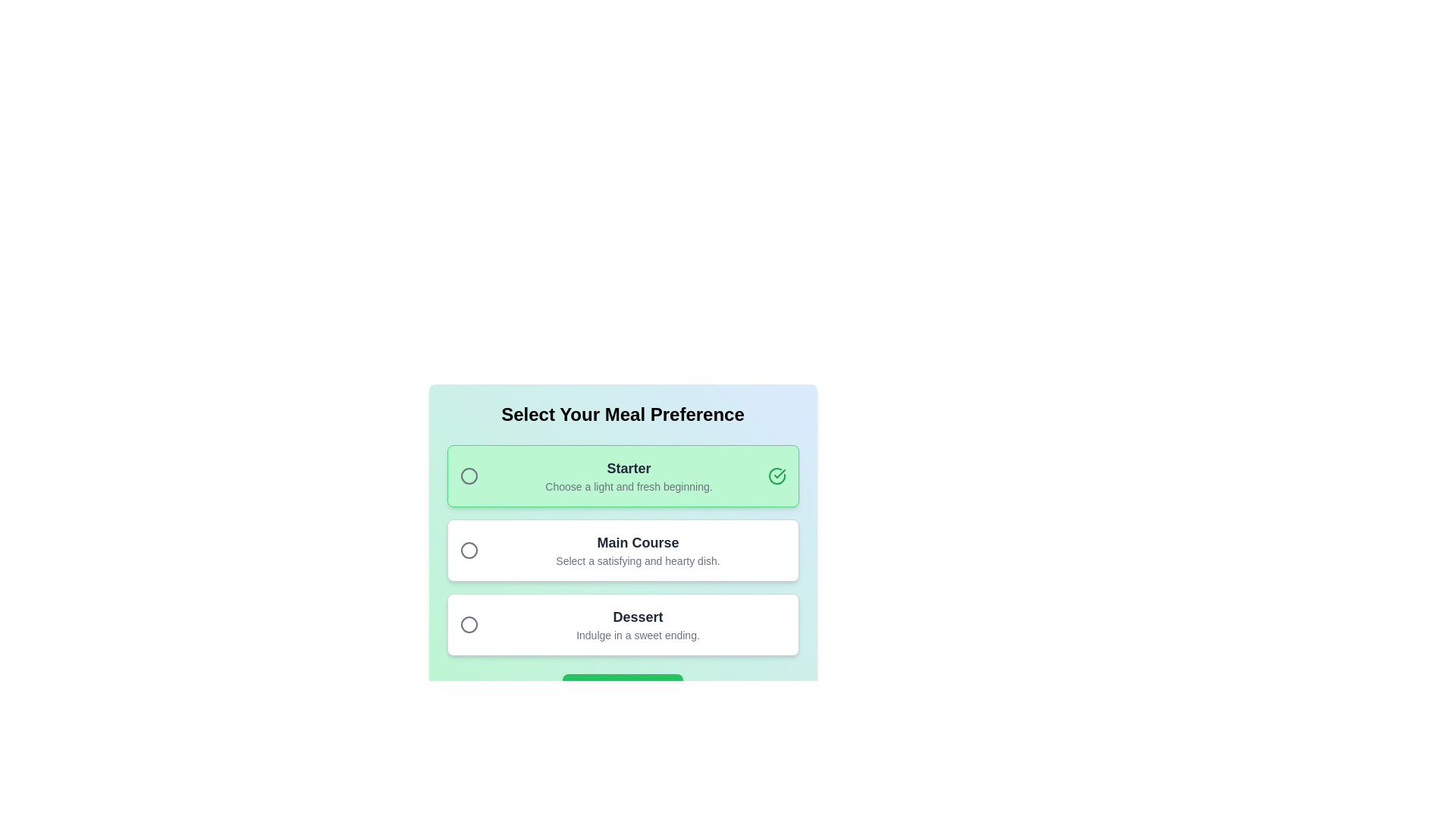 This screenshot has height=819, width=1456. I want to click on the text element that contains 'Choose a light and fresh beginning,' which is styled in grey and positioned directly beneath the bold title 'Starter' within a light-green rectangular background, so click(629, 486).